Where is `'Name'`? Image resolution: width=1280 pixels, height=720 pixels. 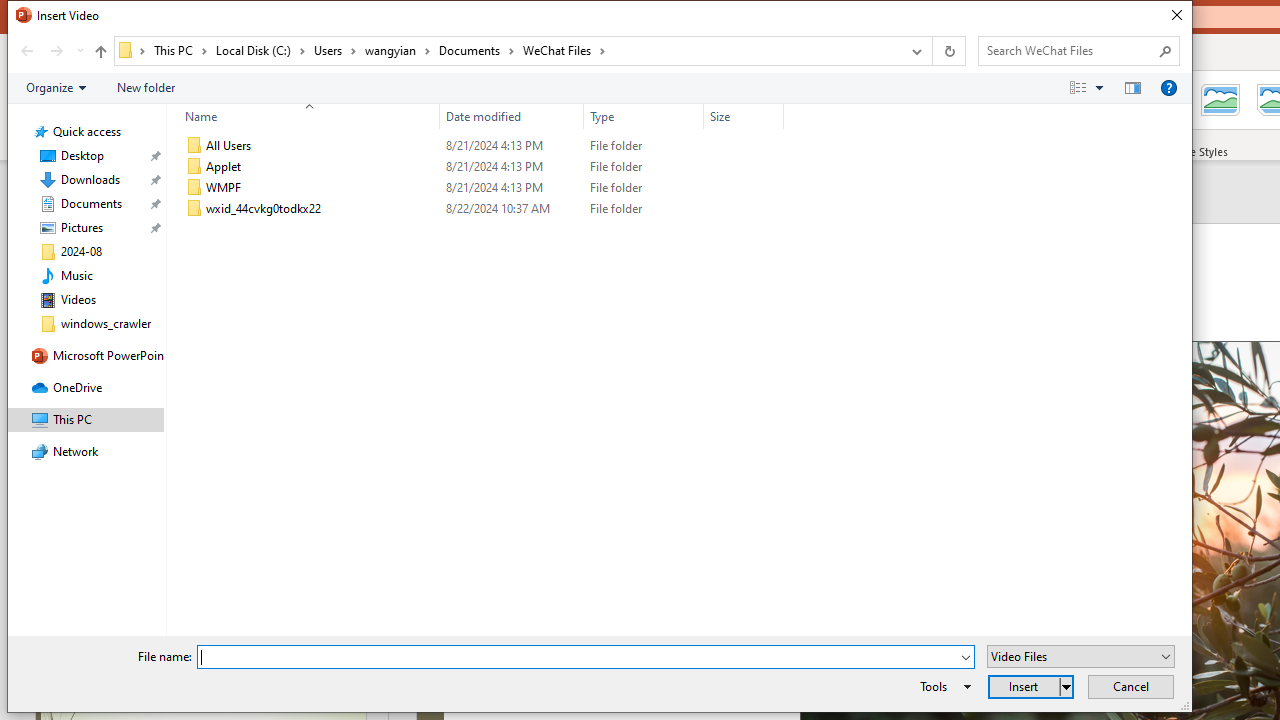 'Name' is located at coordinates (303, 116).